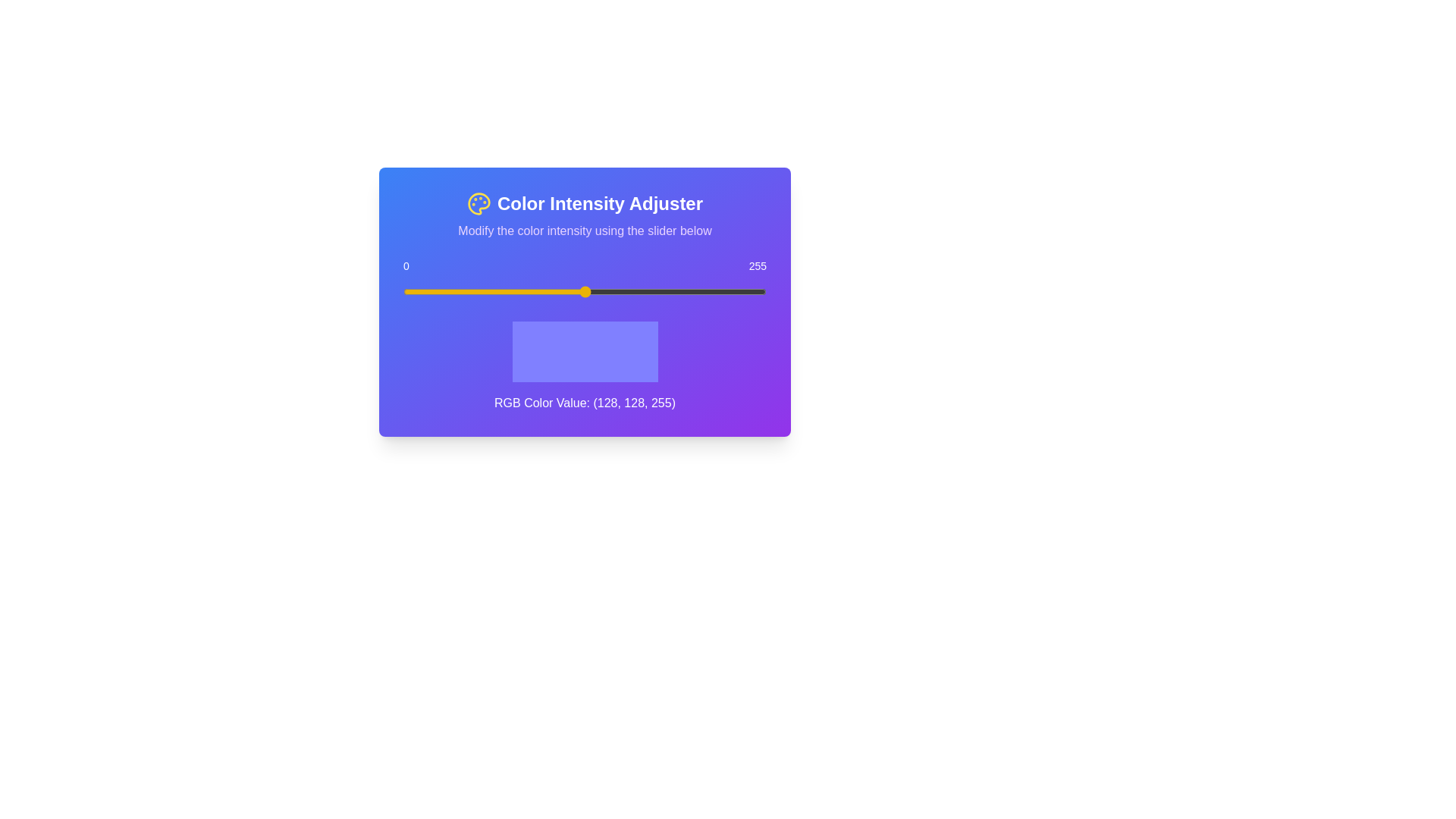 The image size is (1456, 819). I want to click on the slider to set the value to 63, so click(493, 292).